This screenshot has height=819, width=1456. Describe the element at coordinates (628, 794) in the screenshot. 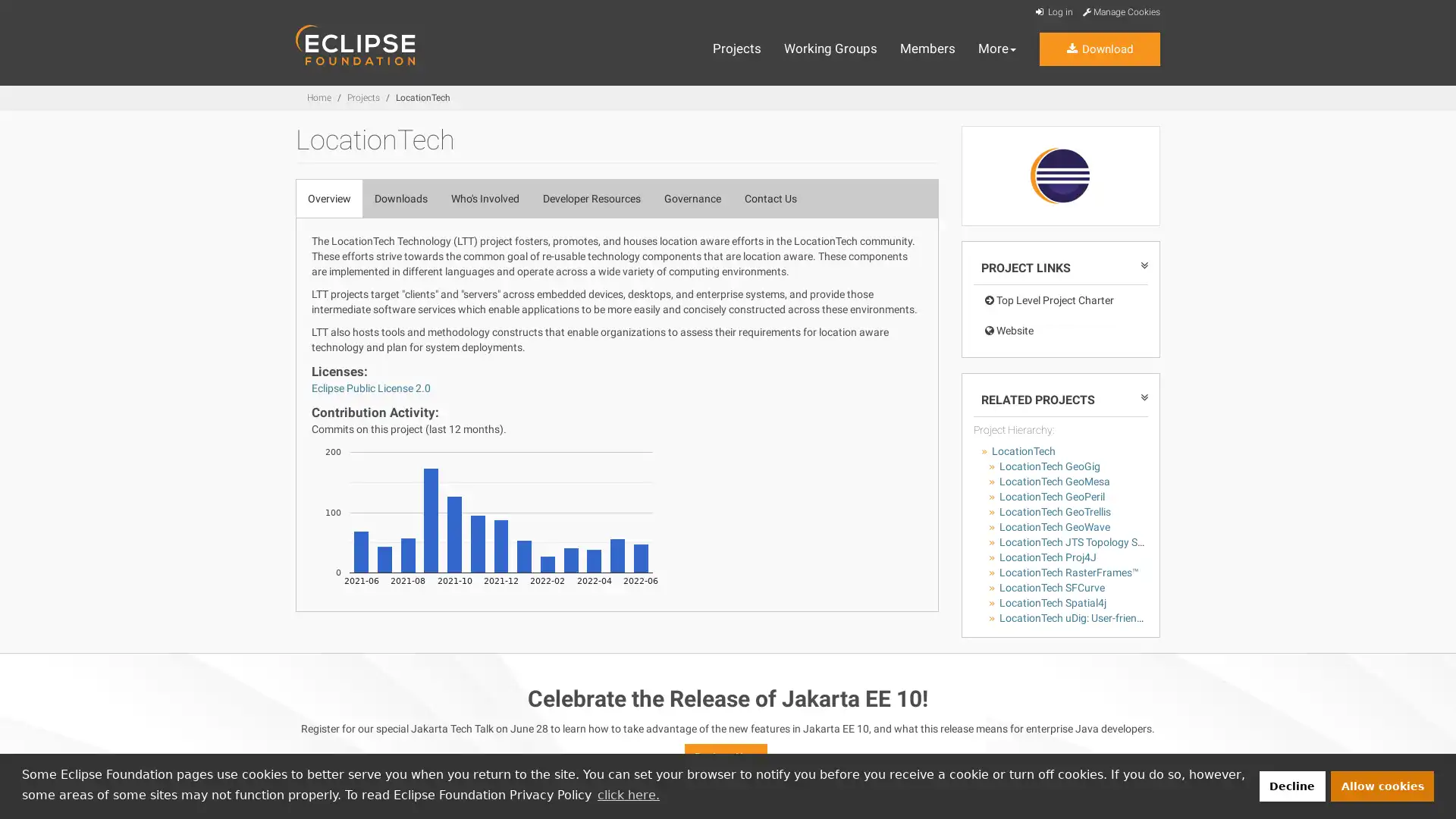

I see `learn more about cookies` at that location.